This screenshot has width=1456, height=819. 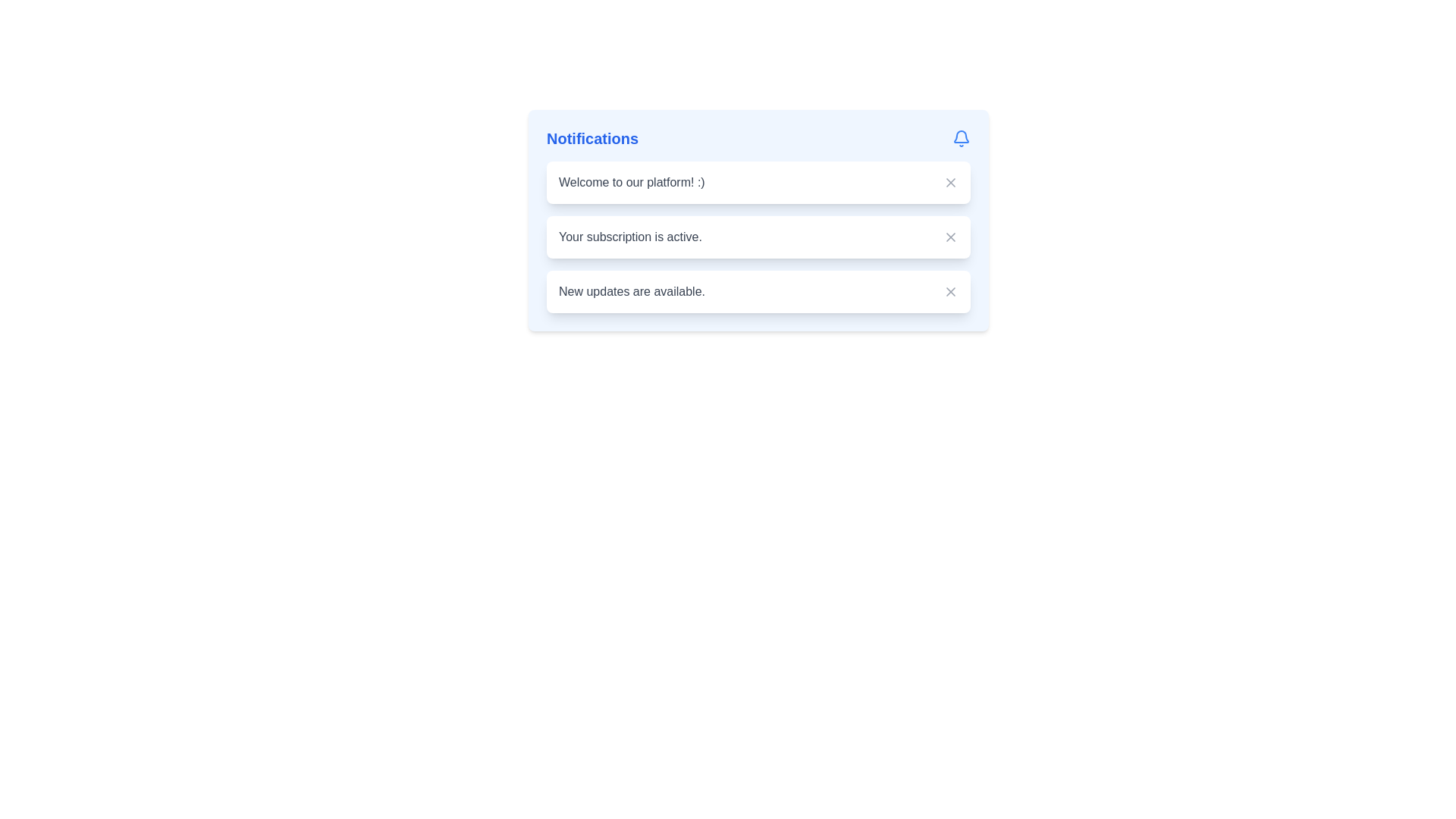 What do you see at coordinates (949, 237) in the screenshot?
I see `the cross icon button that allows users to dismiss or close the associated notification, located to the far right of the 'Your subscription is active.' notification text` at bounding box center [949, 237].